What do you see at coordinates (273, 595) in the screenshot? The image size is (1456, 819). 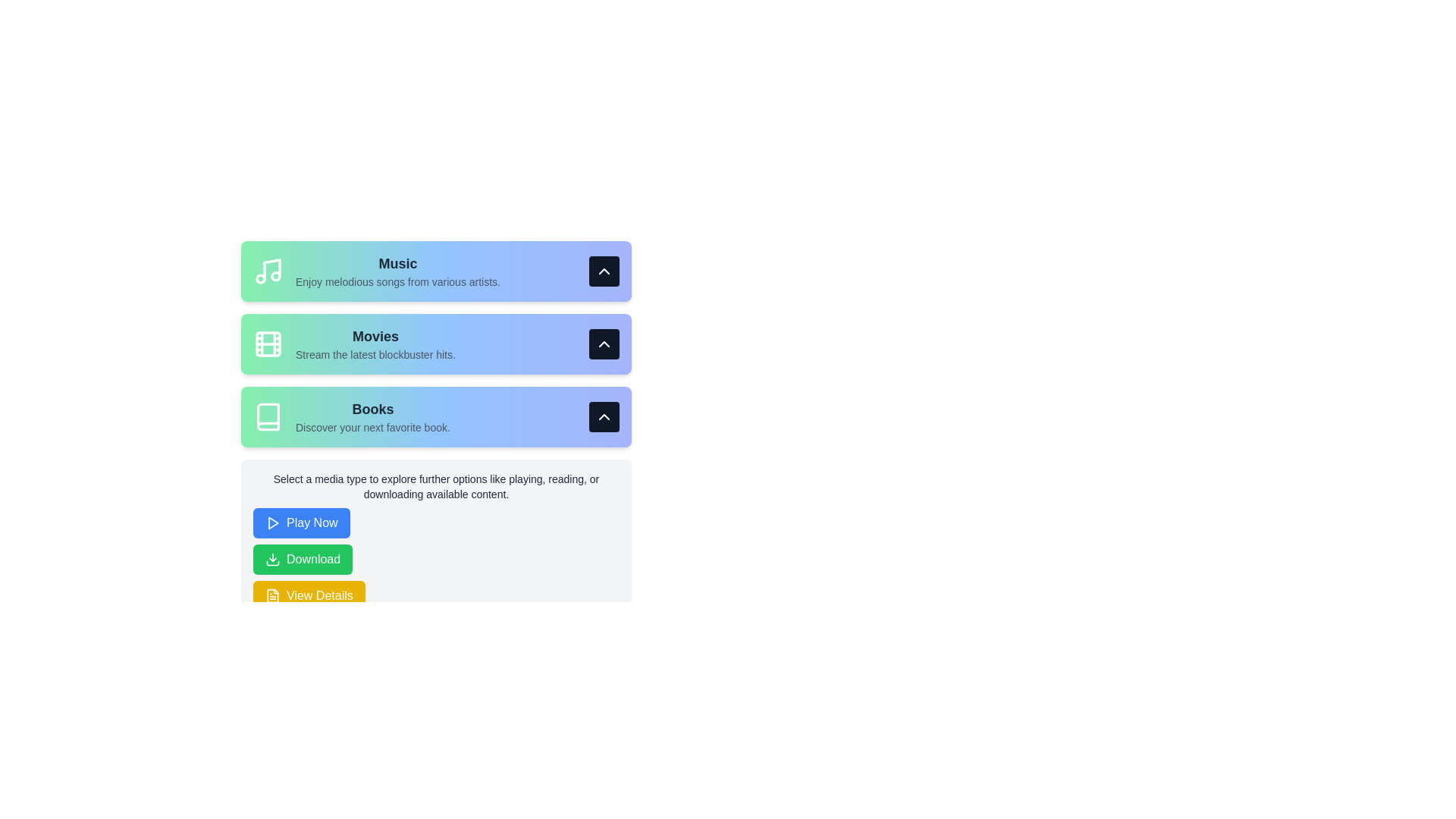 I see `the decorative icon (SVG image) that visually represents the document-related functionality adjacent to the 'View Details' button` at bounding box center [273, 595].